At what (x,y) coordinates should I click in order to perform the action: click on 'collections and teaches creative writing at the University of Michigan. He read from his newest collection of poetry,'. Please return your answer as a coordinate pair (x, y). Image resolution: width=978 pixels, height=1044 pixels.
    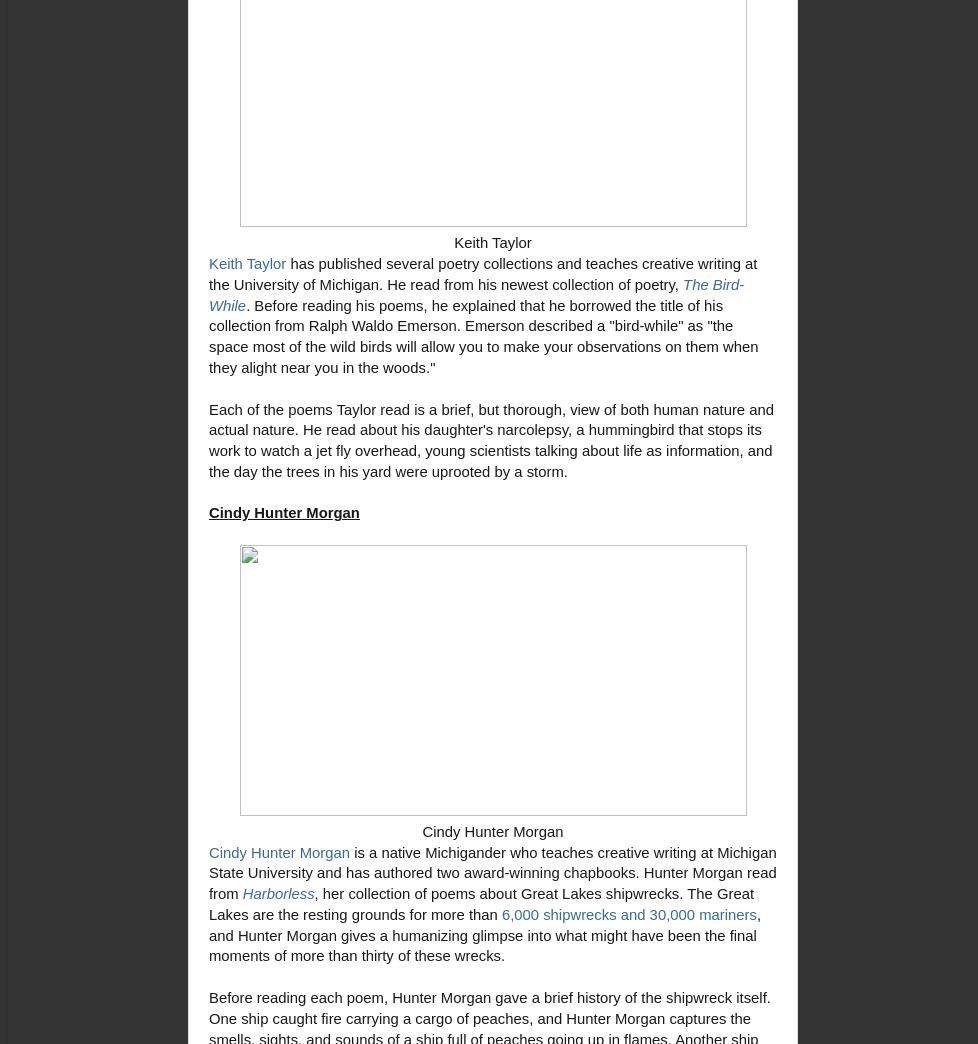
    Looking at the image, I should click on (482, 273).